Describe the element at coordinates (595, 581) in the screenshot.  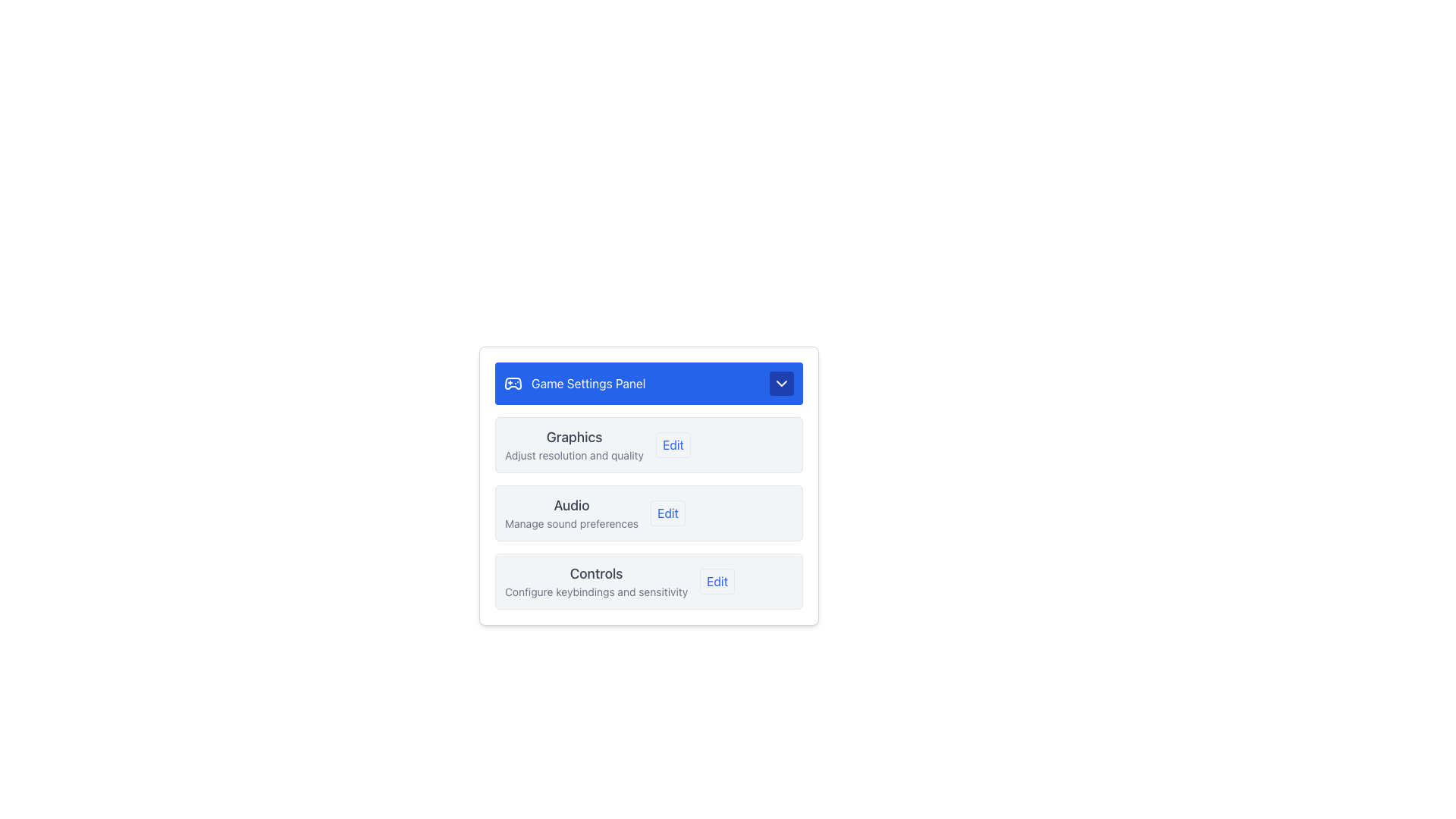
I see `the label element titled 'Controls' which includes the subtitle 'Configure keybindings and sensitivity', located centrally within its section` at that location.